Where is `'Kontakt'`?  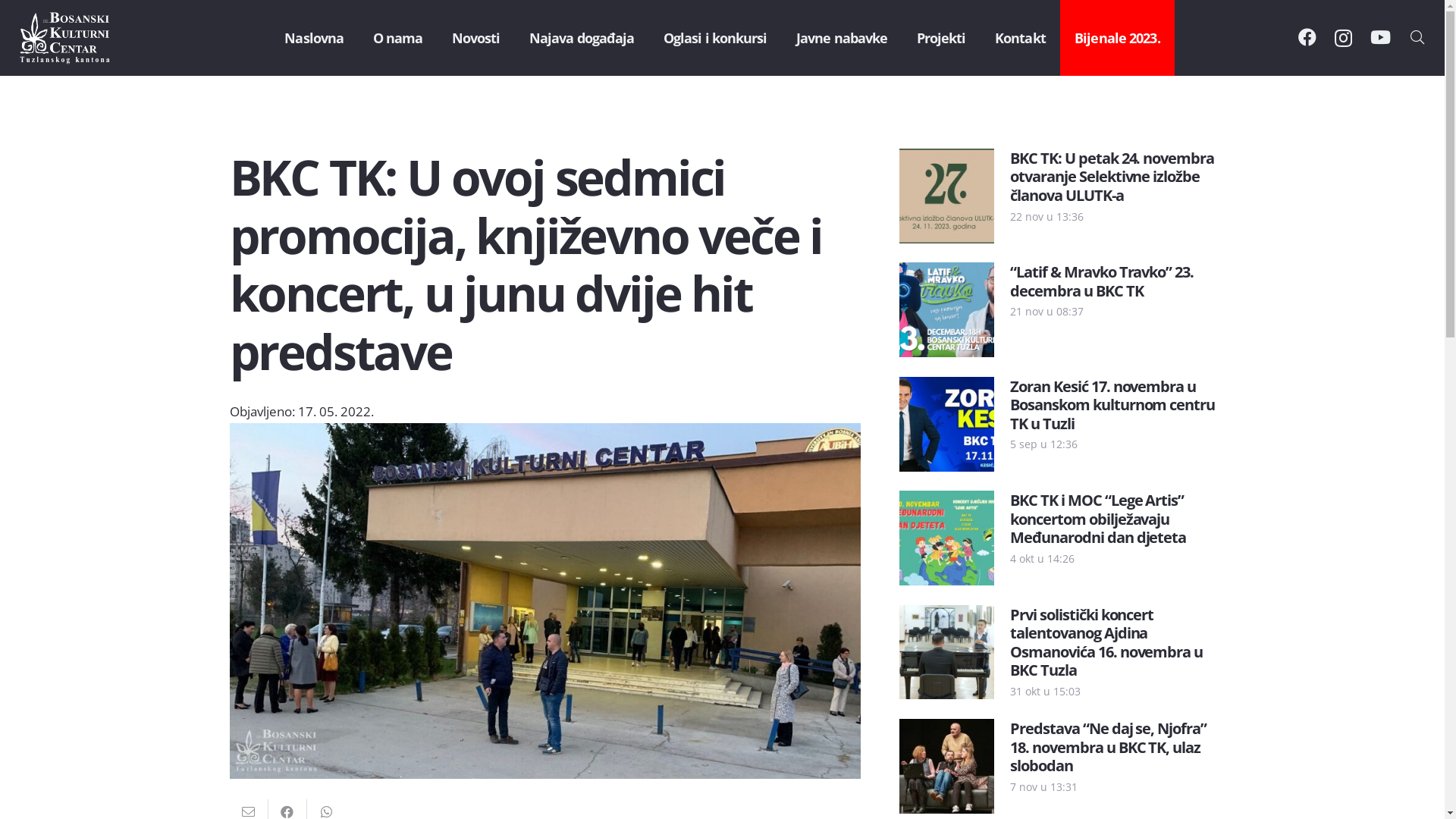
'Kontakt' is located at coordinates (1020, 37).